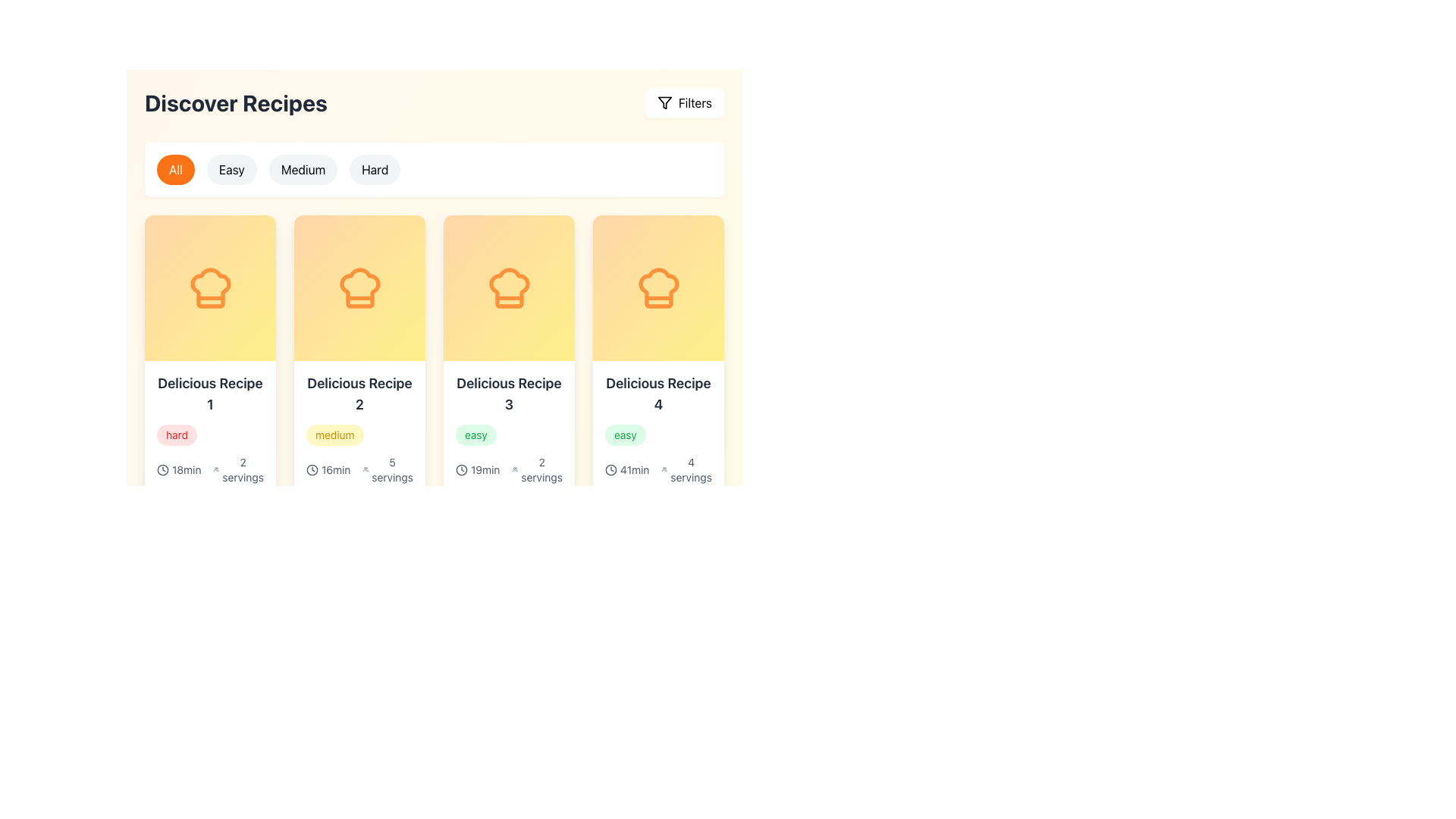  What do you see at coordinates (658, 288) in the screenshot?
I see `culinary icon located at the top-center of the fourth card titled 'Delicious Recipe 4', which is set against an orange-yellow gradient background` at bounding box center [658, 288].